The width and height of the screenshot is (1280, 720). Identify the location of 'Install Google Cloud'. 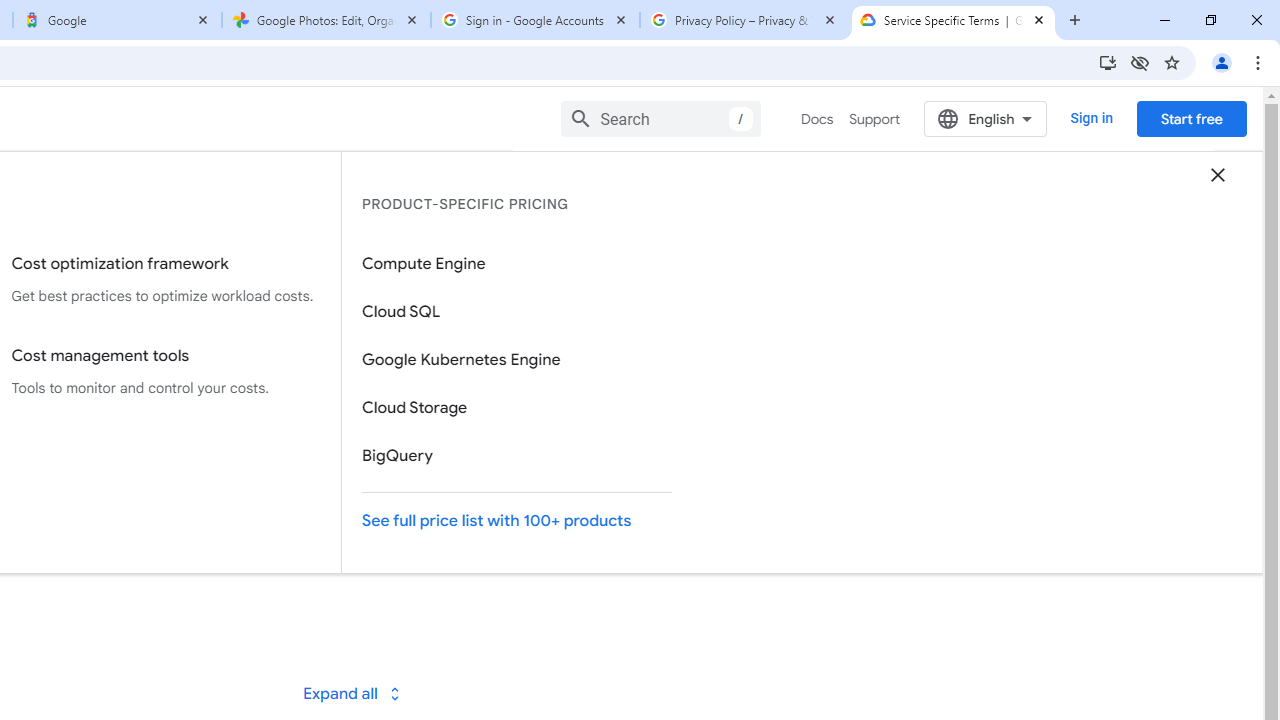
(1106, 61).